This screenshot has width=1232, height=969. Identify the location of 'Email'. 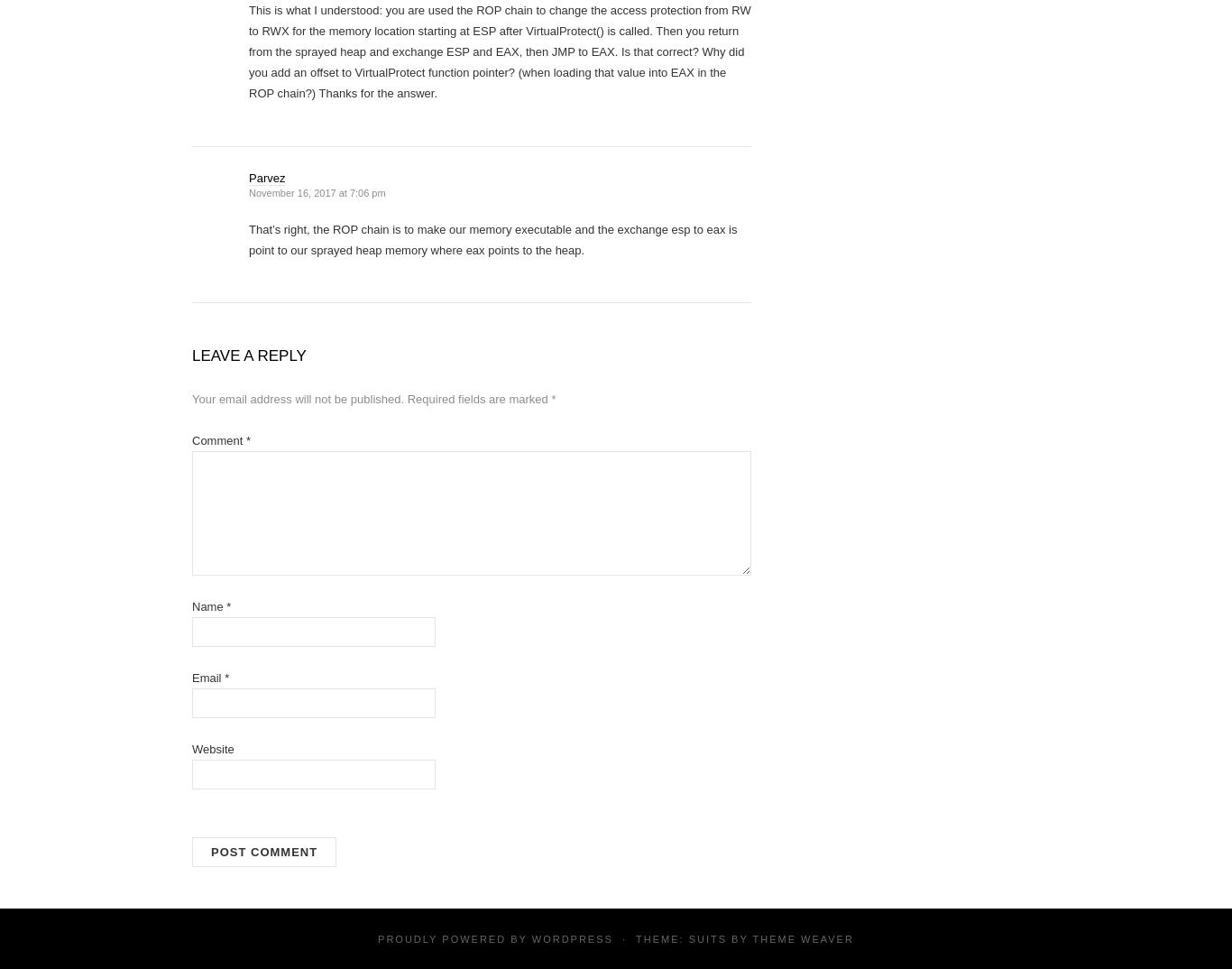
(207, 677).